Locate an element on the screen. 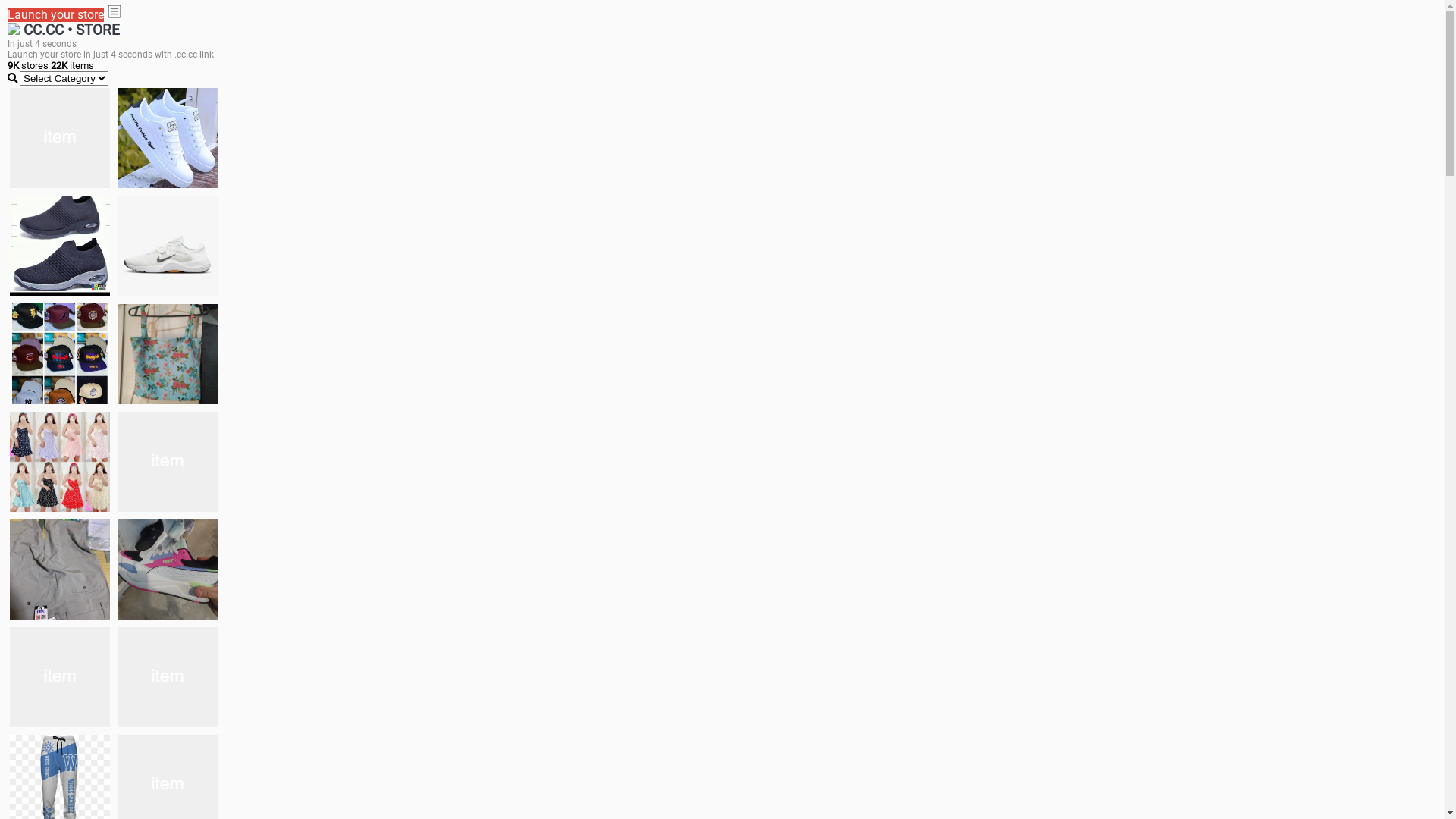  'white shoes' is located at coordinates (167, 137).